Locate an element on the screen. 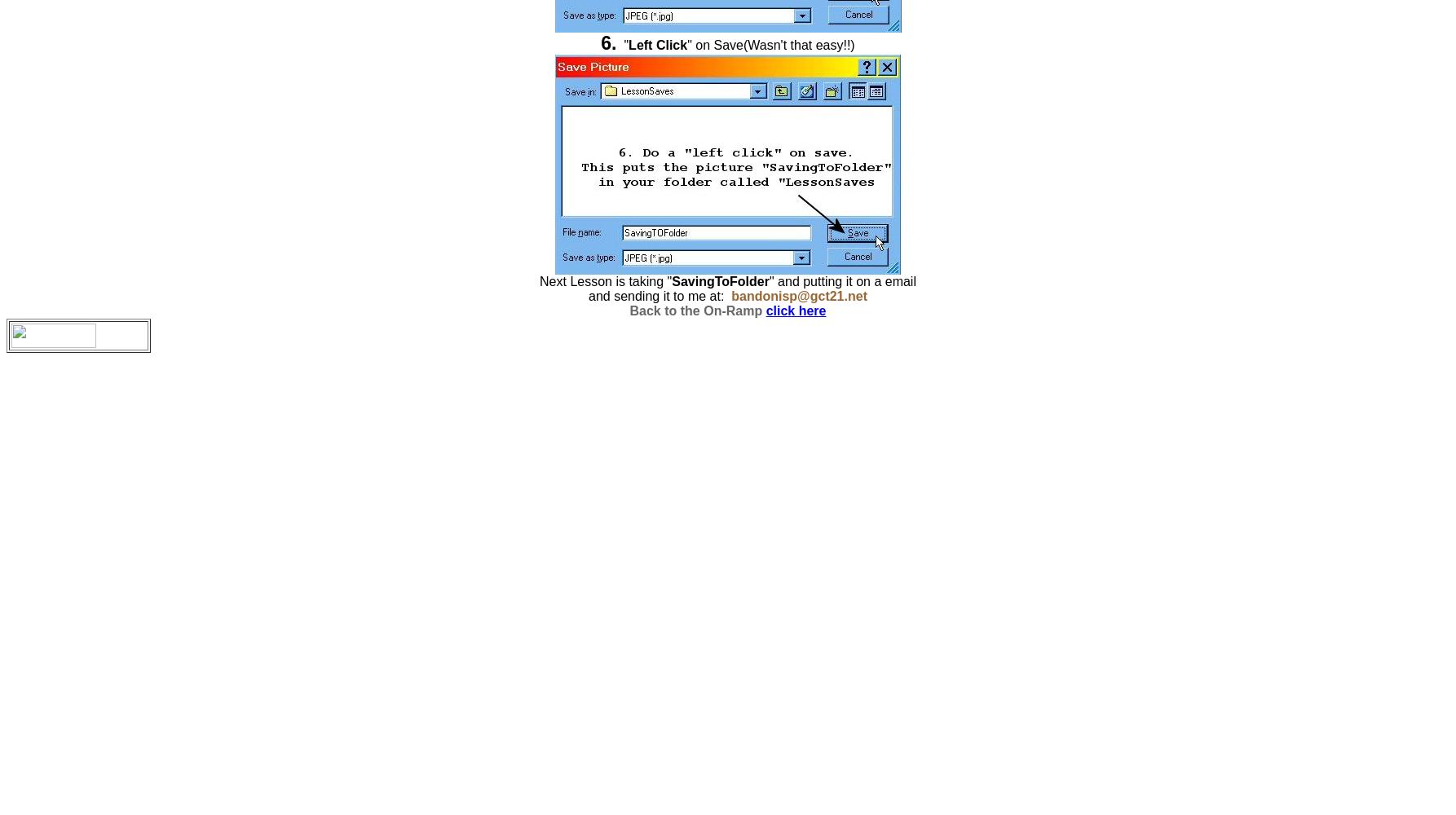  'Next Lesson is taking "' is located at coordinates (540, 280).